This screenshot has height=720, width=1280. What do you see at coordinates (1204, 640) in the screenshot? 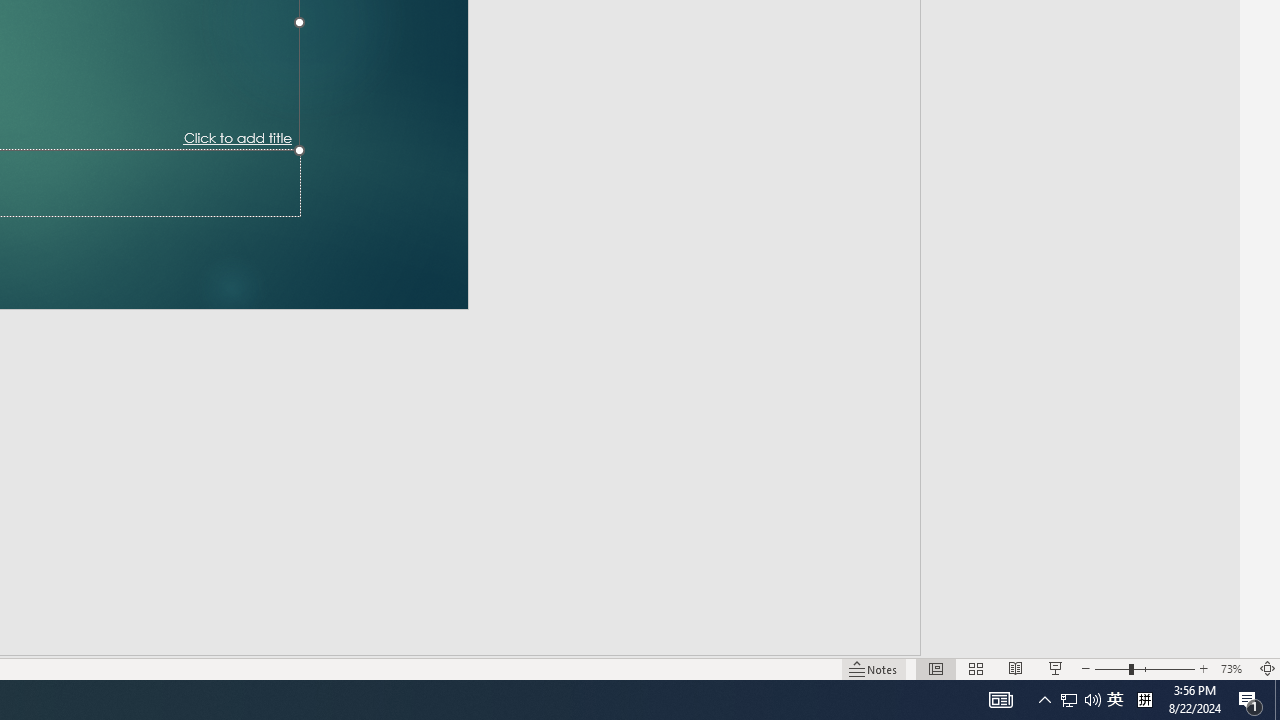
I see `'Zoom In'` at bounding box center [1204, 640].